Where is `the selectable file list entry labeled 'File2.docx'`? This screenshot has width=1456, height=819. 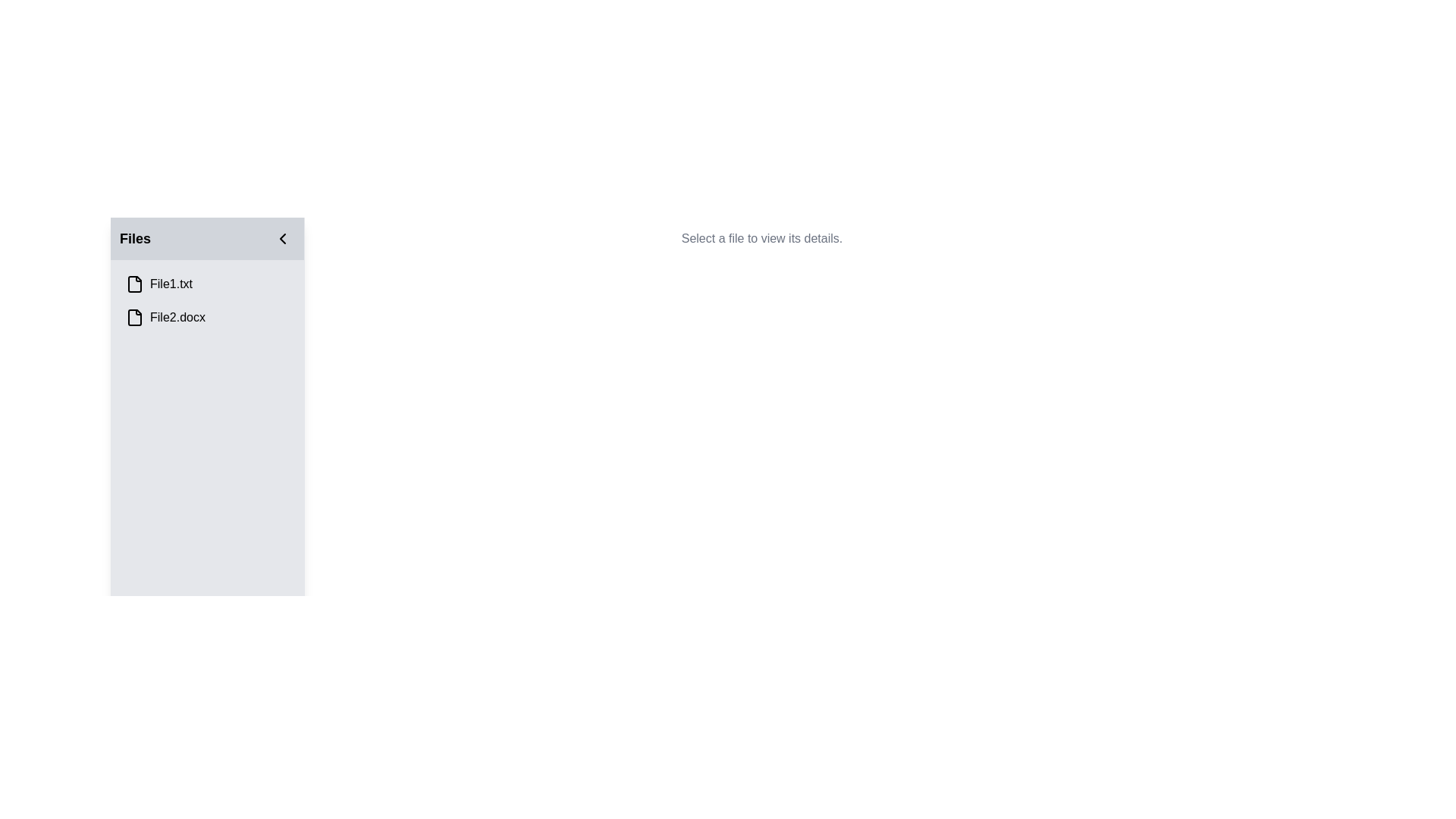
the selectable file list entry labeled 'File2.docx' is located at coordinates (206, 317).